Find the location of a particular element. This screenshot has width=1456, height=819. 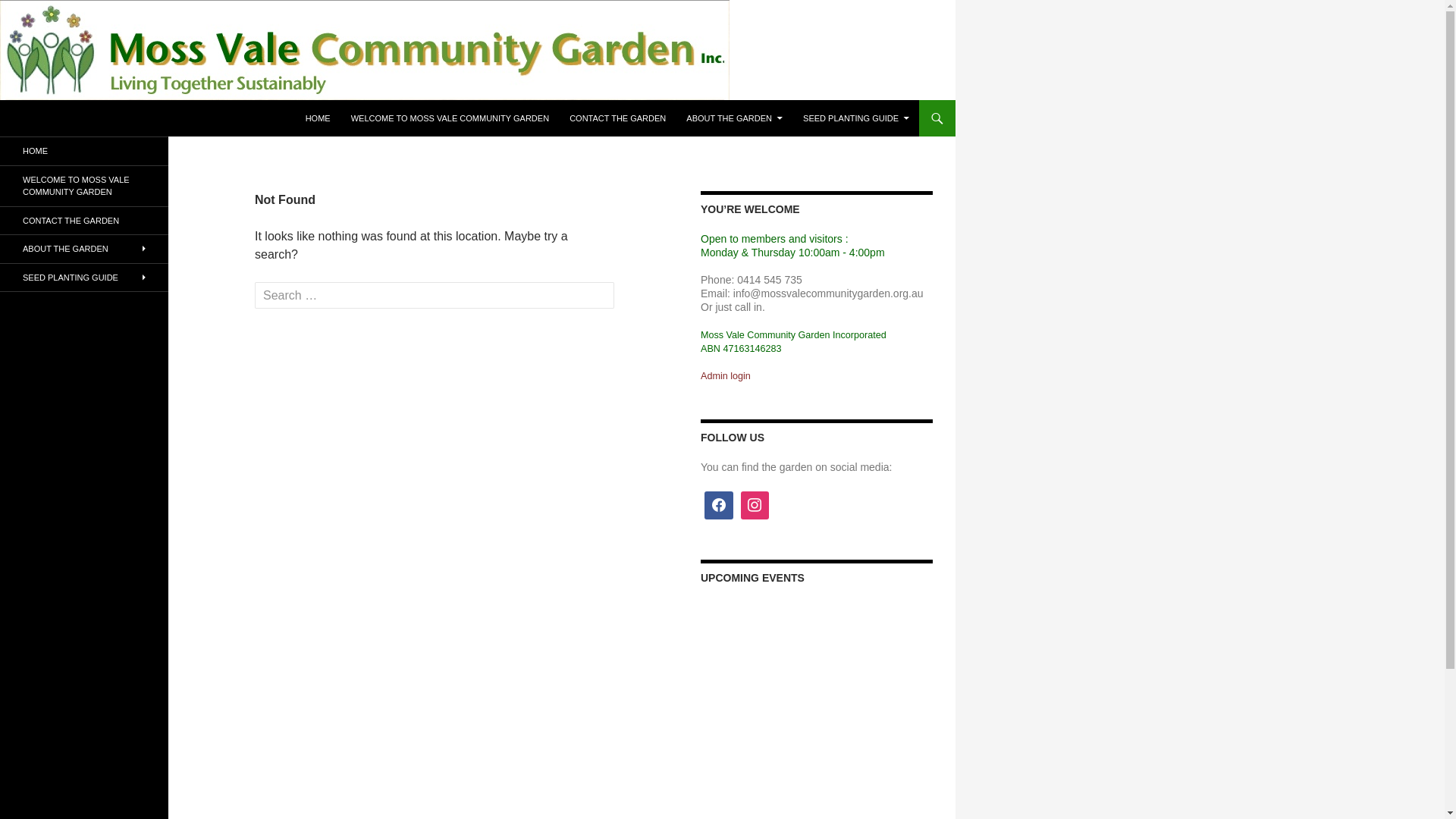

'Moss Vale Community Garden' is located at coordinates (120, 117).